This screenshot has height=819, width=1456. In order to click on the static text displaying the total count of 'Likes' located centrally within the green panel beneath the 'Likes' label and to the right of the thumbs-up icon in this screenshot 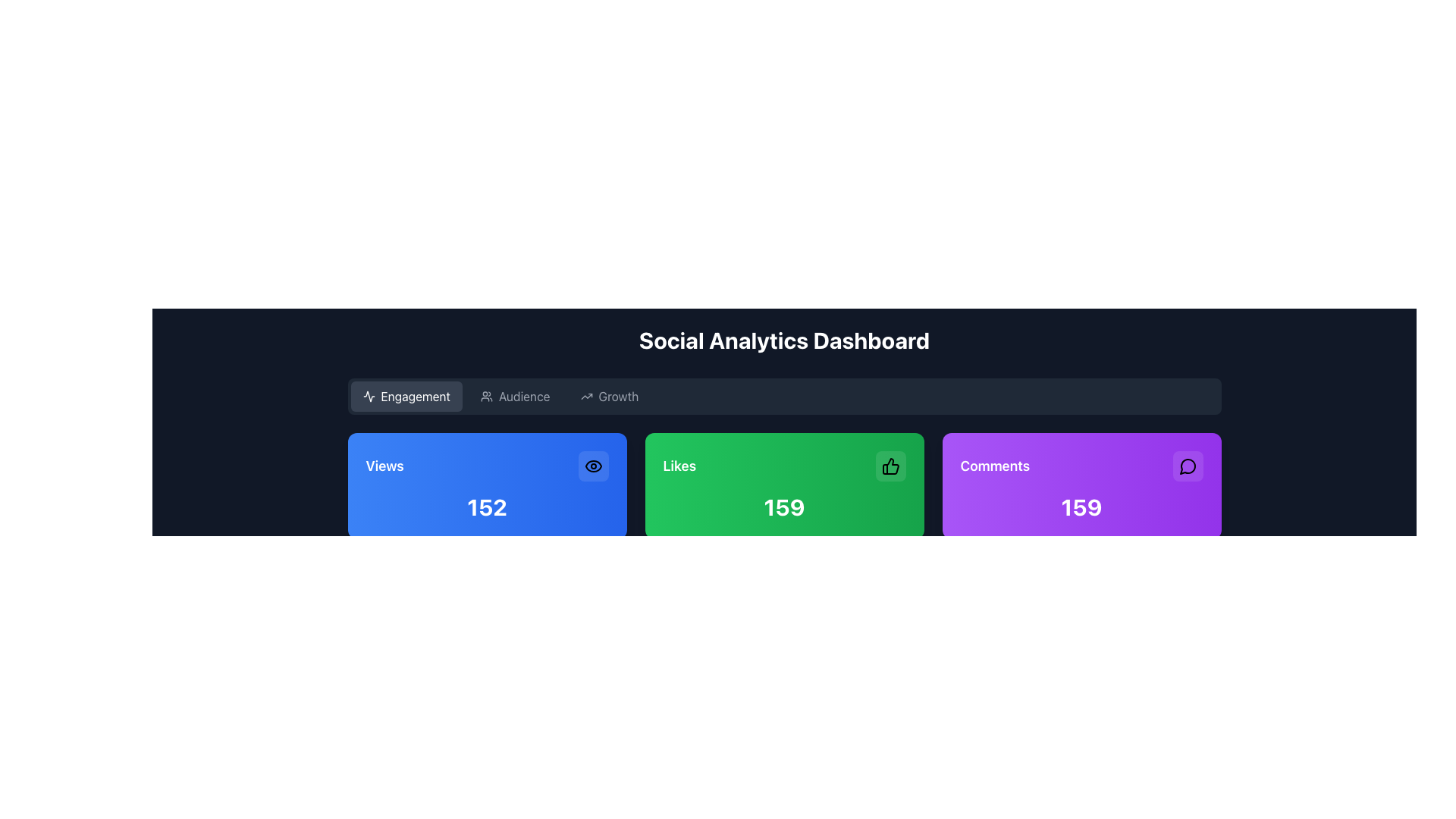, I will do `click(784, 507)`.